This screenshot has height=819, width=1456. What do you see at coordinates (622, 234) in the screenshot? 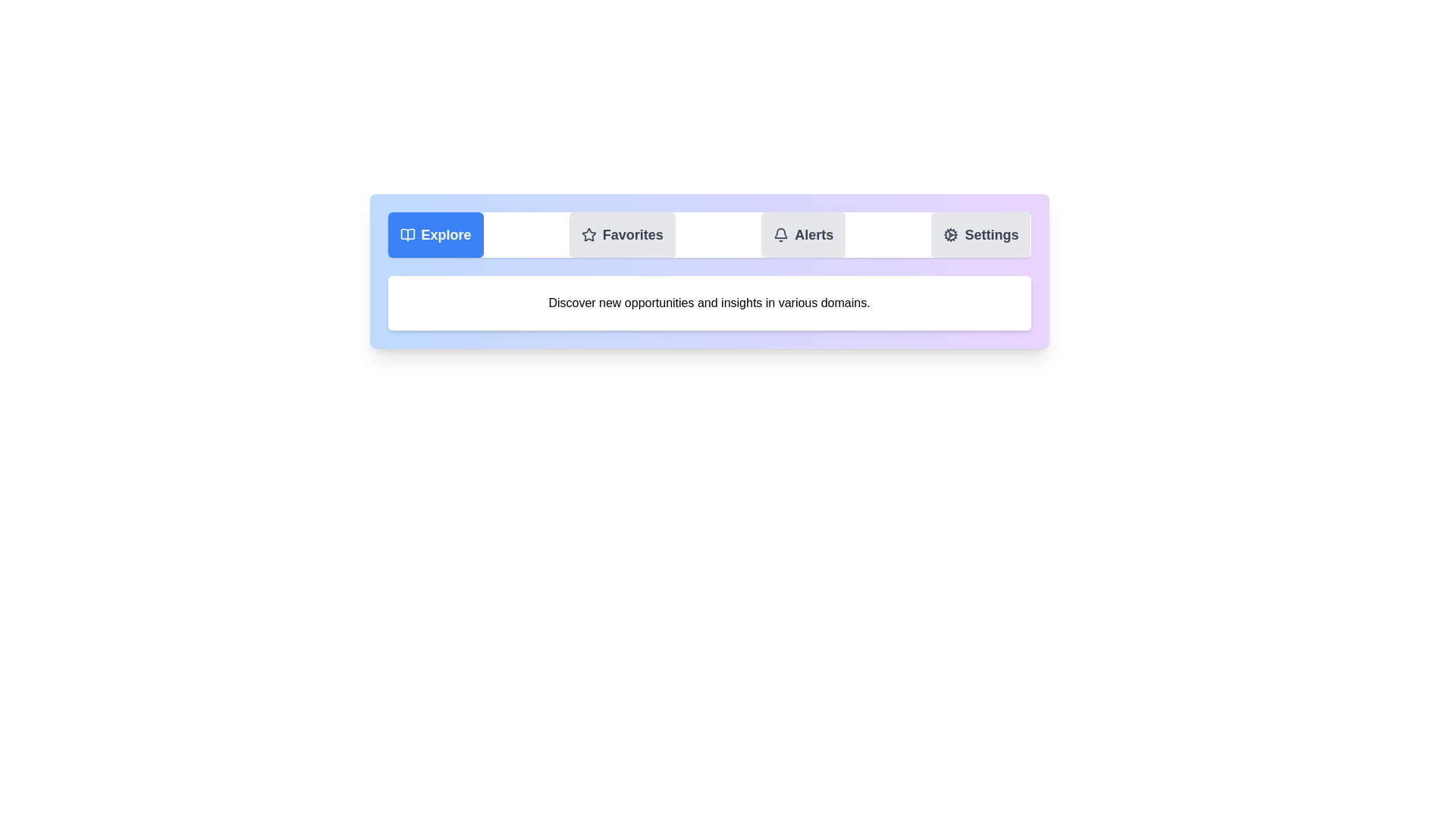
I see `the tab labeled Favorites` at bounding box center [622, 234].